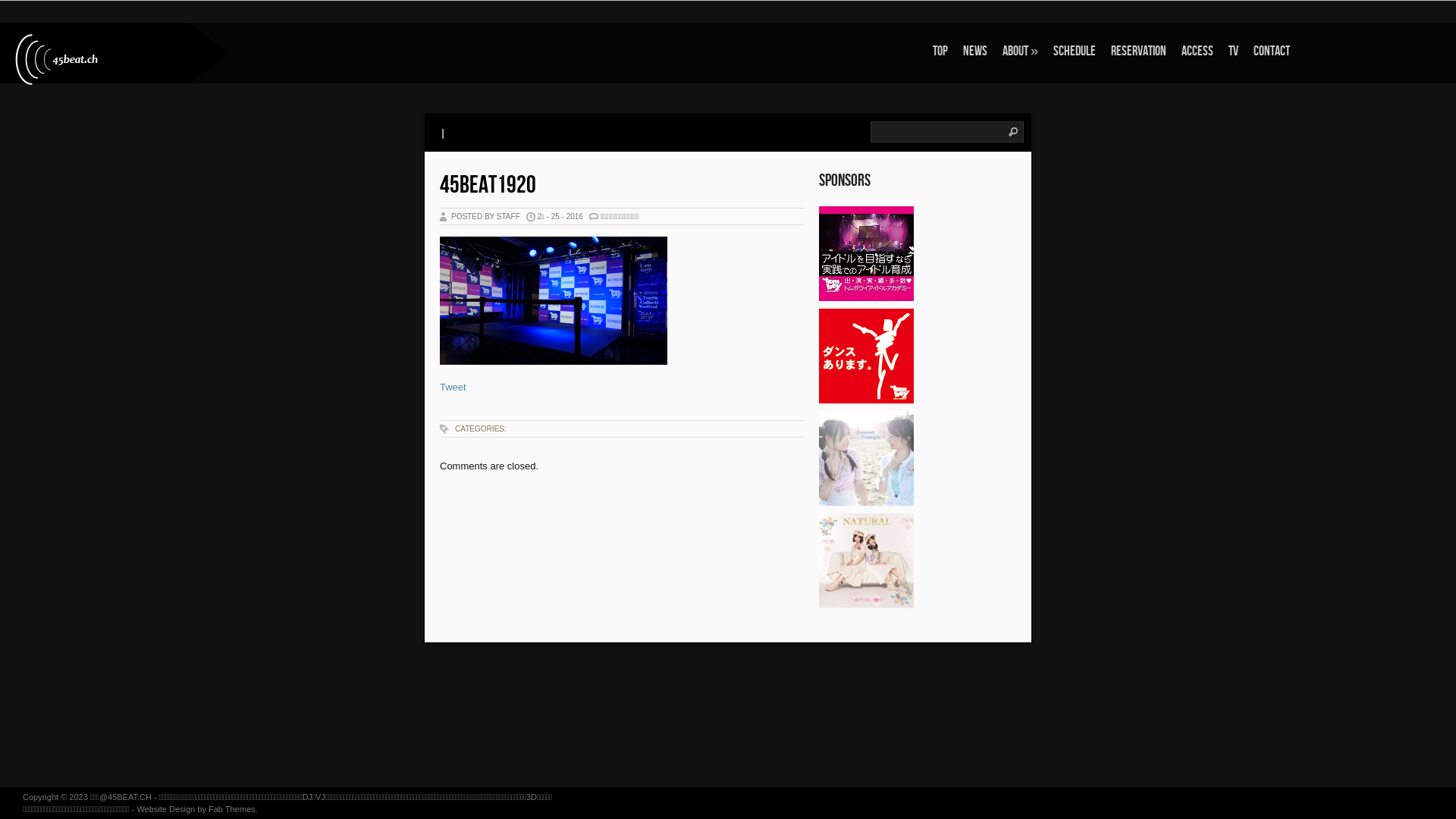  I want to click on 'TOP', so click(939, 50).